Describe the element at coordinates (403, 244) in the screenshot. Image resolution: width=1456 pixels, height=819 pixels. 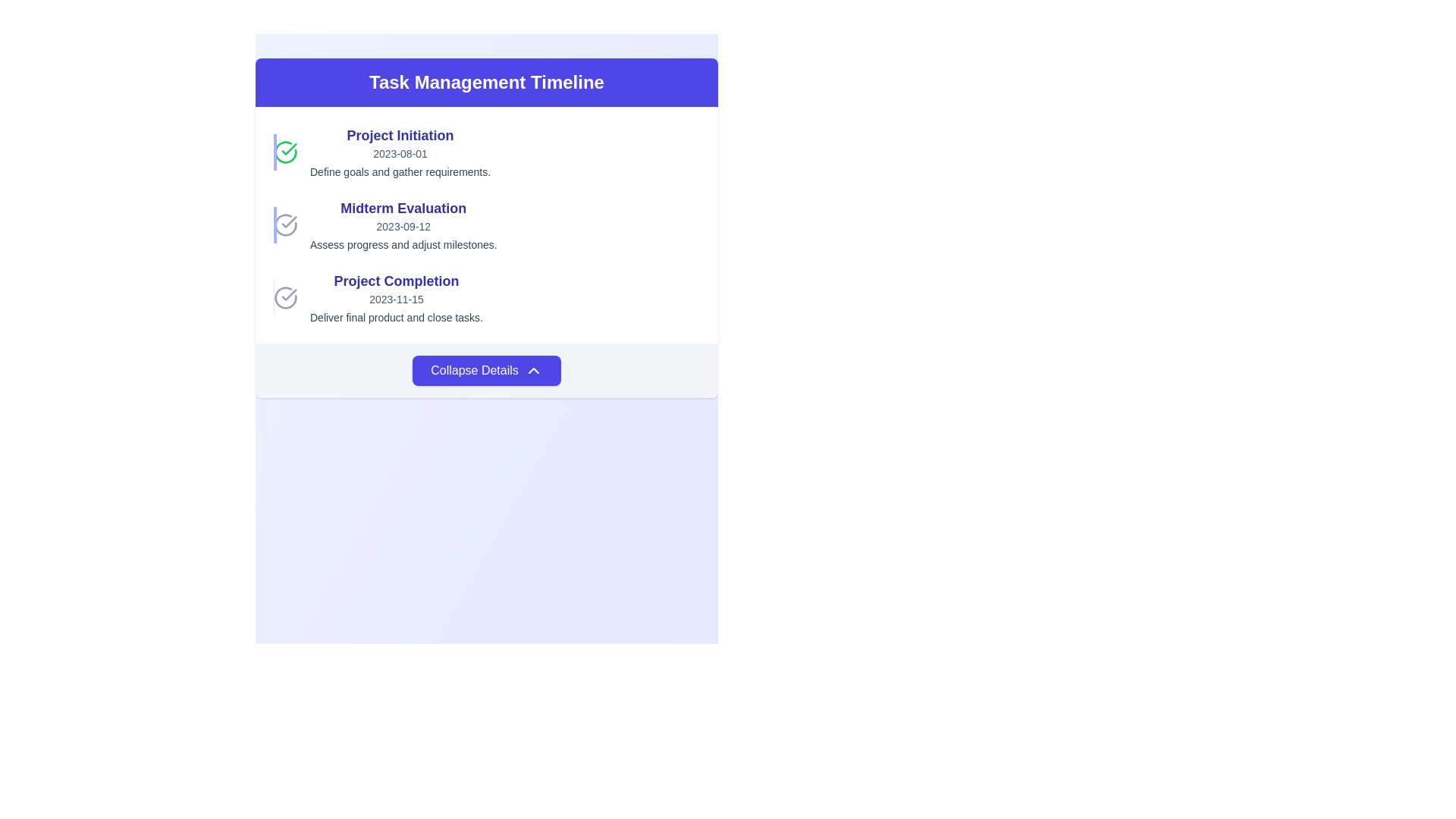
I see `the text element that displays detailed information related to the milestone 'Midterm Evaluation', positioned below the date '2023-09-12' within the timeline card` at that location.